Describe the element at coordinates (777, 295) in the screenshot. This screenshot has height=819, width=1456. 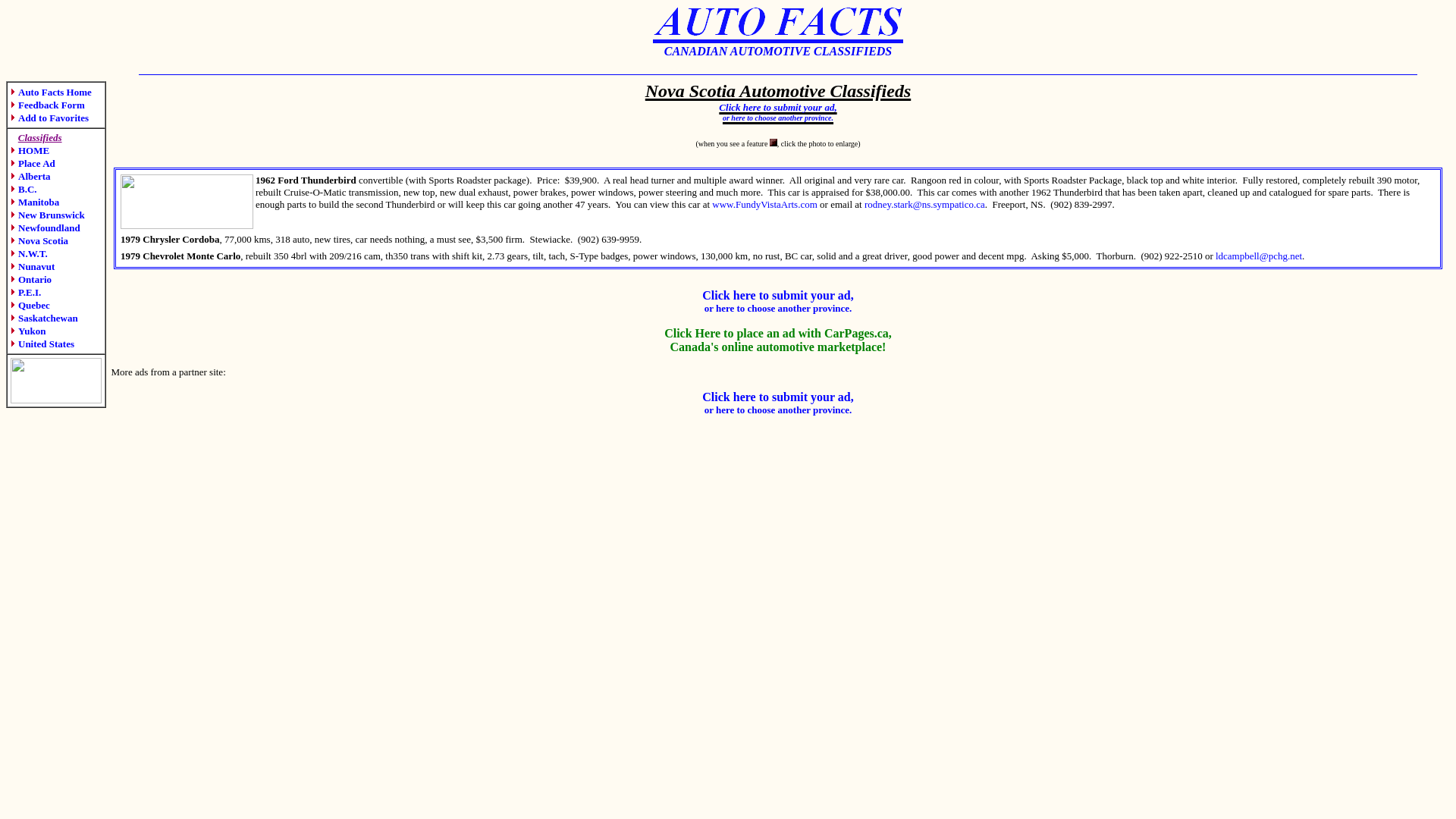
I see `'Click here to submit your ad,'` at that location.